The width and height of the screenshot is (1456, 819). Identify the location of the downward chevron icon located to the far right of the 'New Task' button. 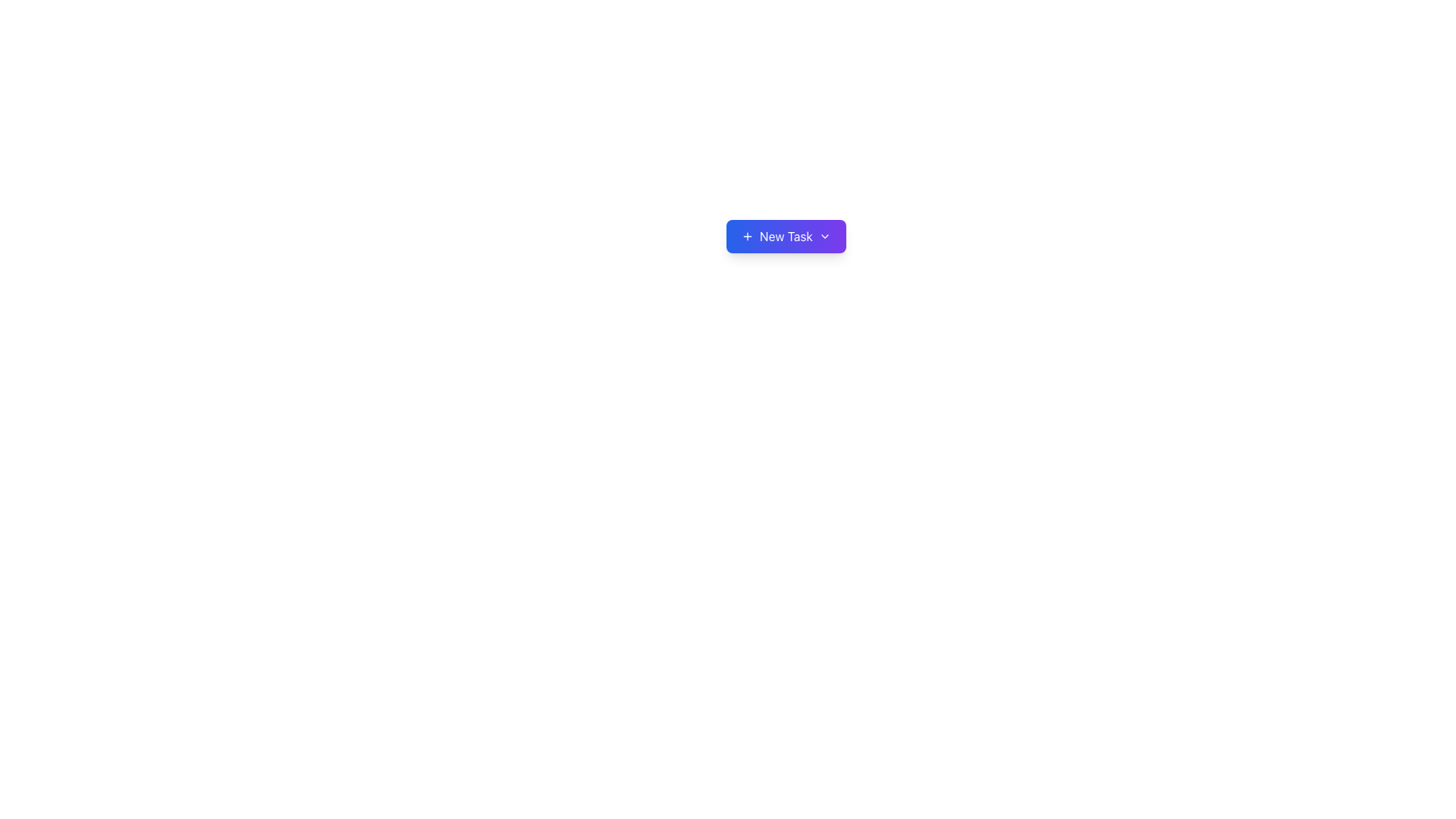
(824, 237).